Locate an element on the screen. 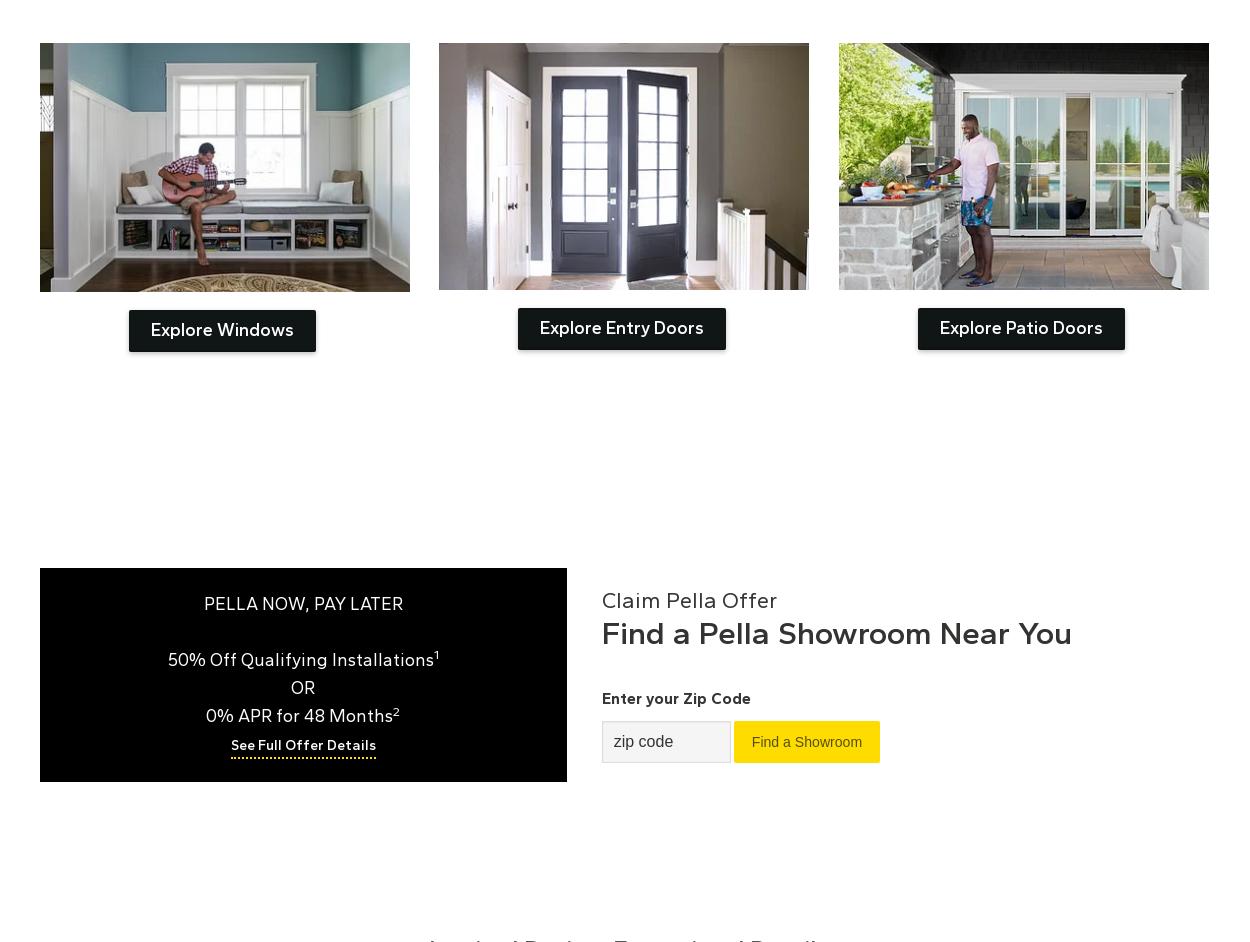  '50% Off Qualifying Installations' is located at coordinates (300, 658).